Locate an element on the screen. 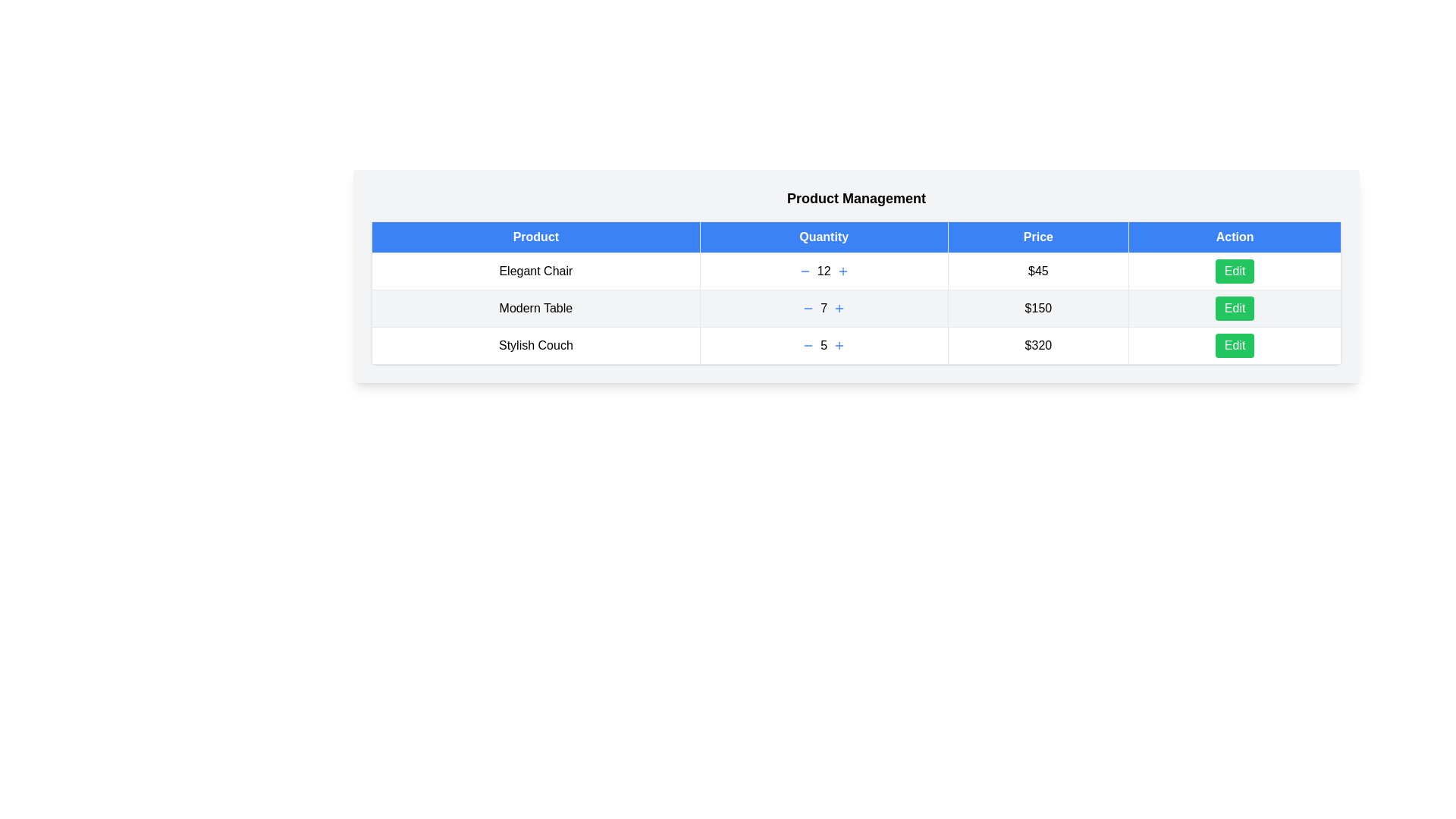  the 'Edit' button for the product with description 'Elegant Chair' is located at coordinates (1235, 271).